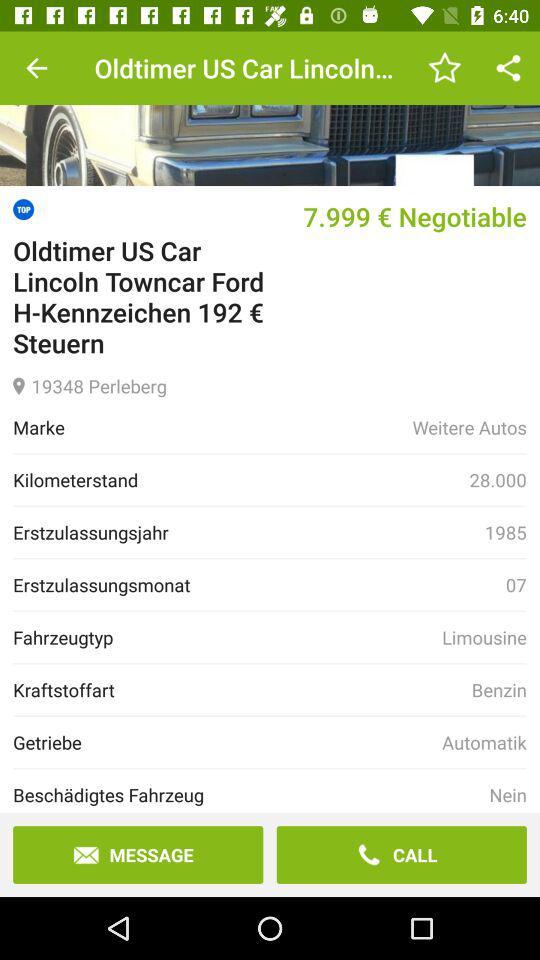 The image size is (540, 960). I want to click on 07 item, so click(516, 585).